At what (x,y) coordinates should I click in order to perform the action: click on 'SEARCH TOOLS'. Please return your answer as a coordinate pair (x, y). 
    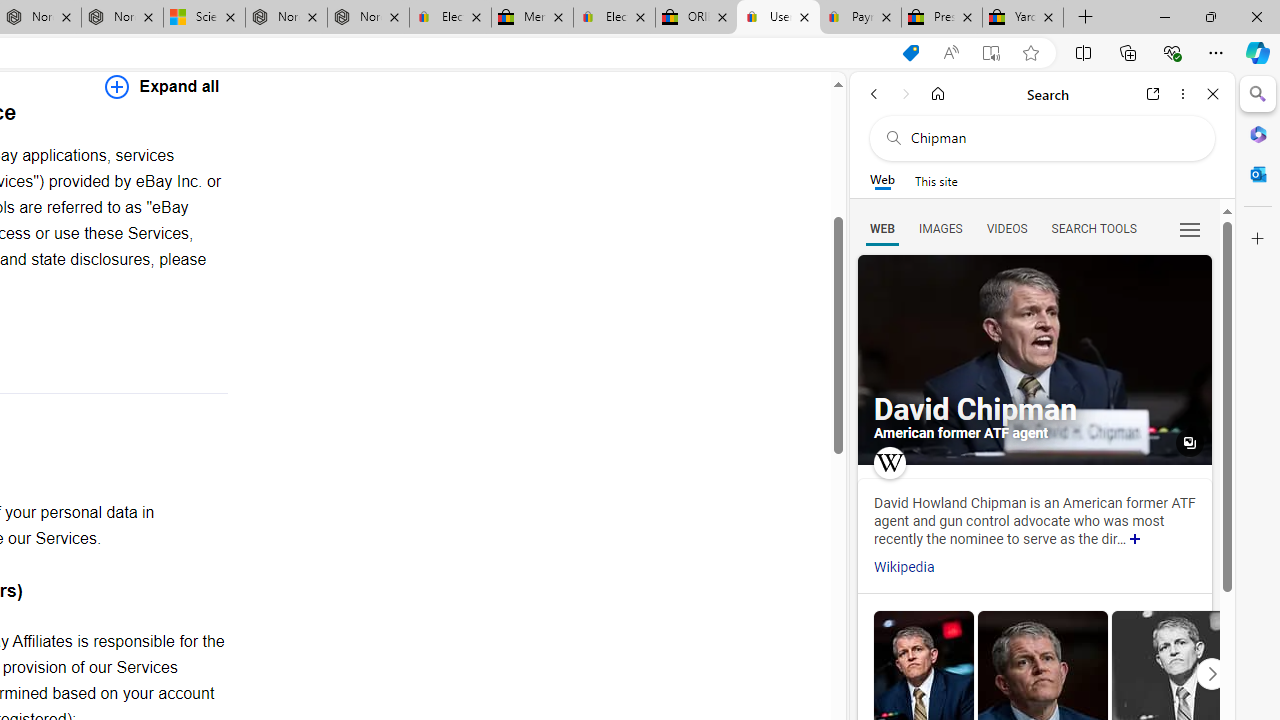
    Looking at the image, I should click on (1092, 227).